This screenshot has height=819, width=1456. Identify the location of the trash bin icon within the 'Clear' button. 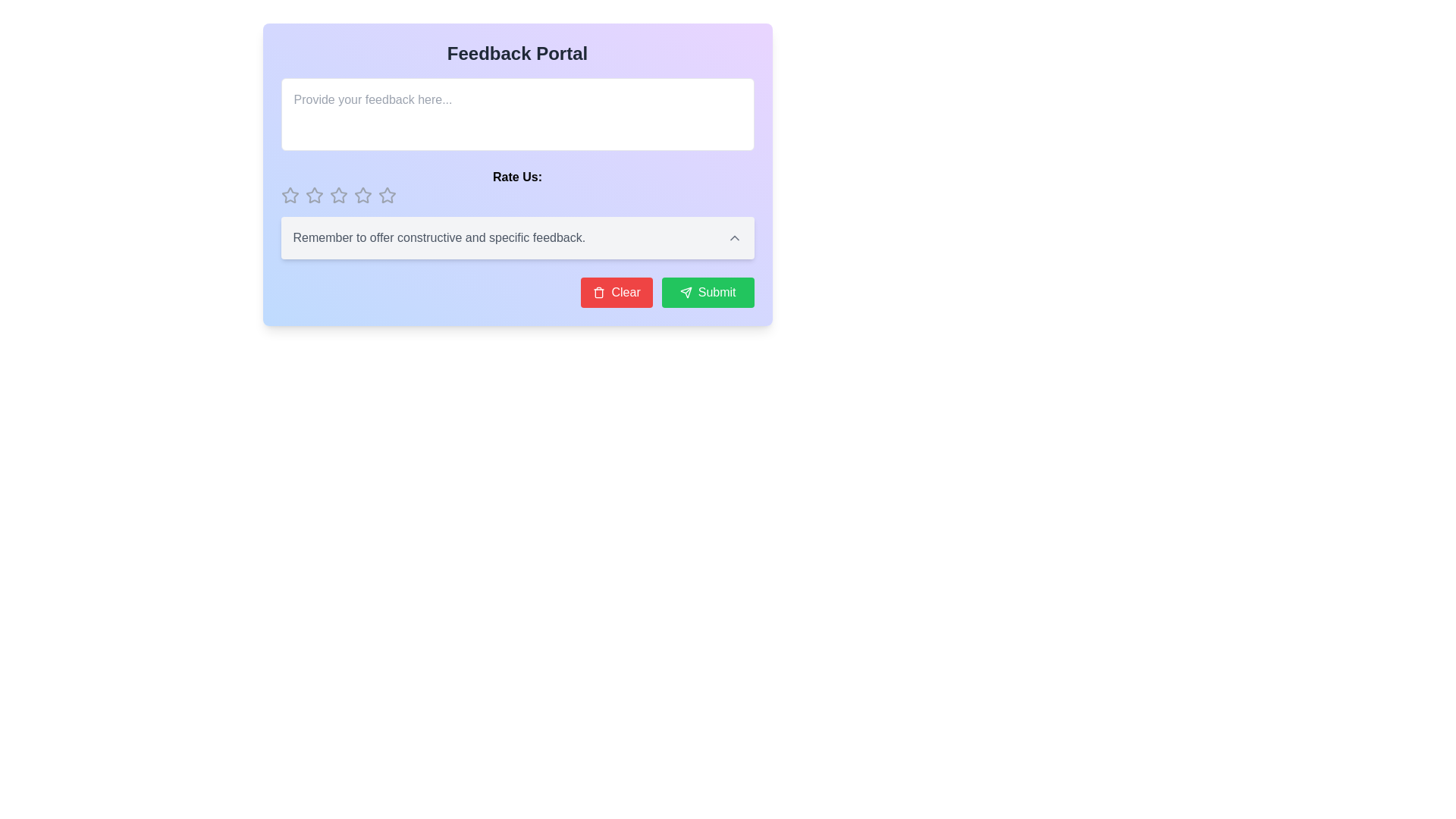
(598, 292).